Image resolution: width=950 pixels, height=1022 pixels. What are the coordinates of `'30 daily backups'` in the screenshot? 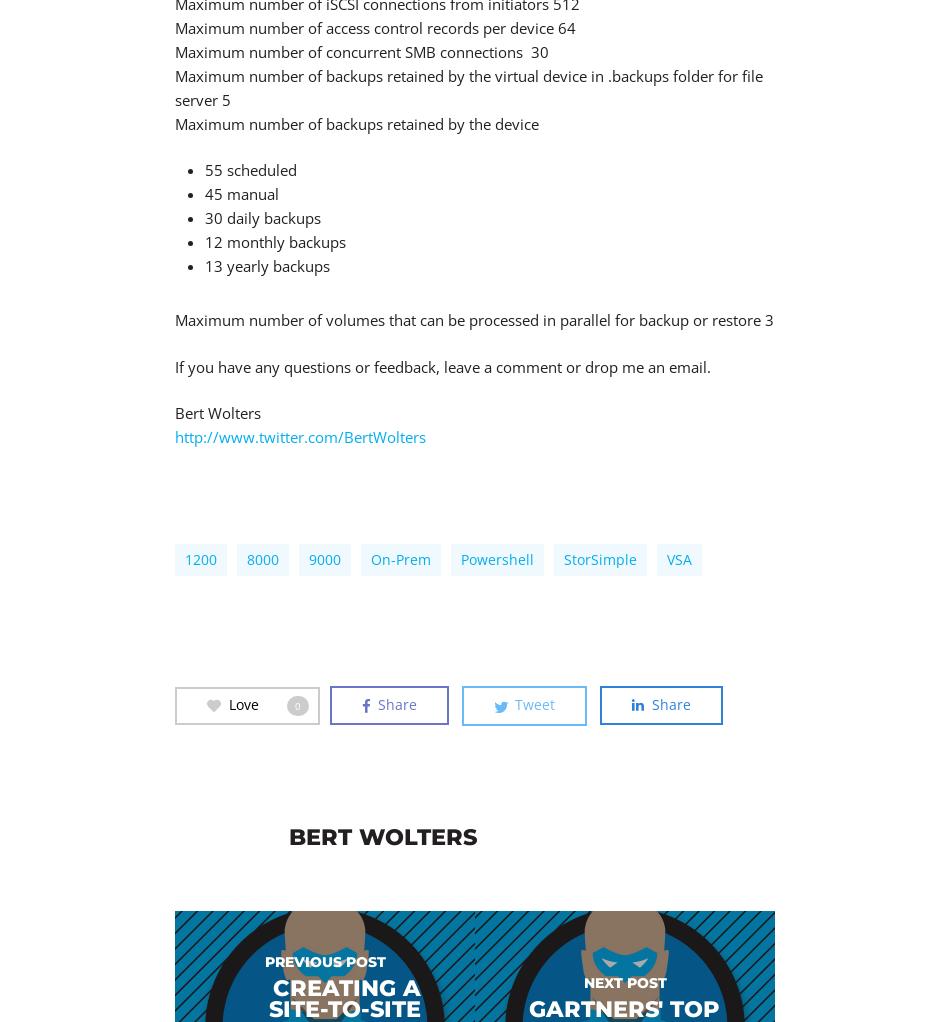 It's located at (261, 217).